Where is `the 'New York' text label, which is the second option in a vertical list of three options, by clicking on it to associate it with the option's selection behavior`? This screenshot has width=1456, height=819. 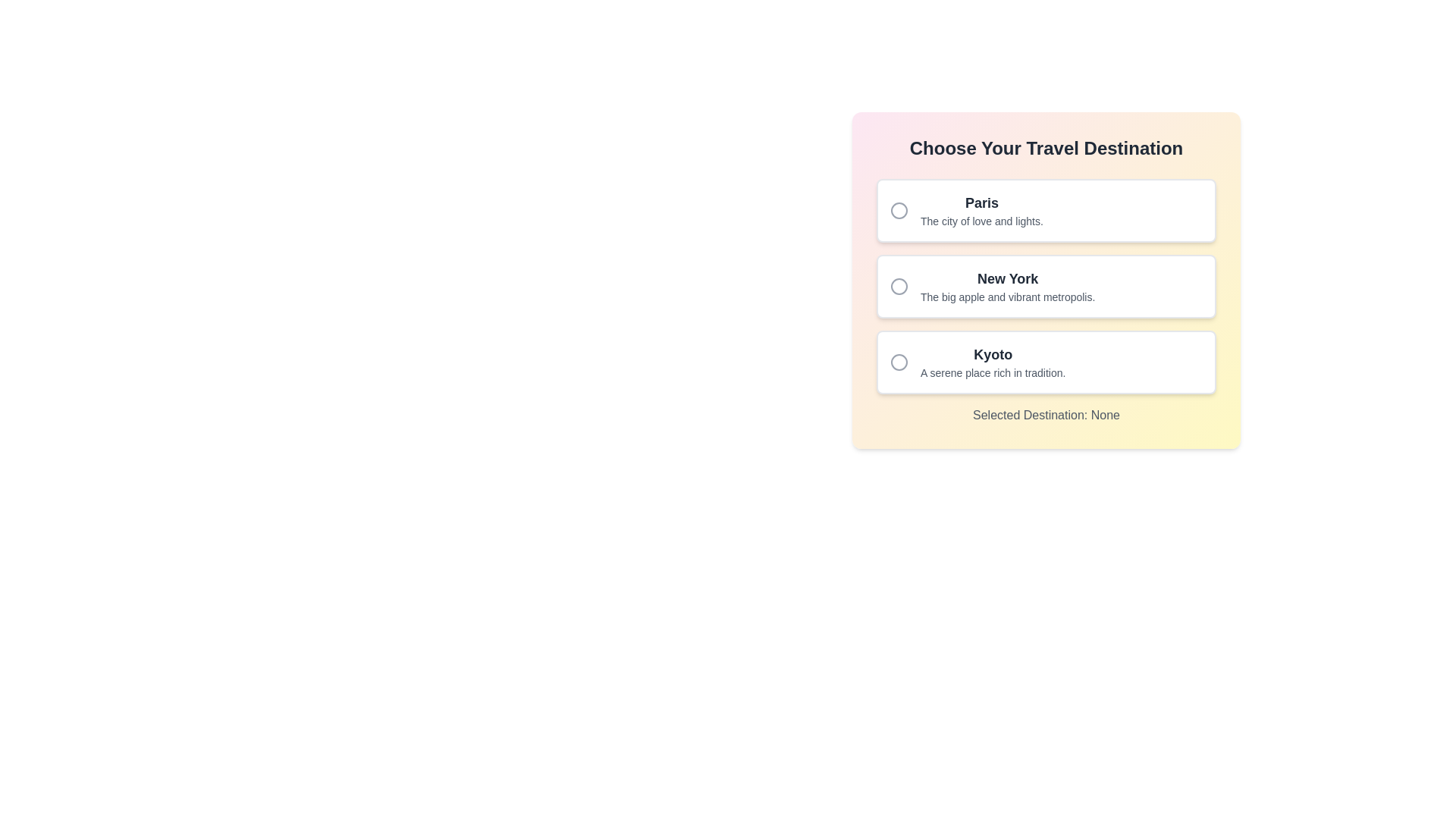 the 'New York' text label, which is the second option in a vertical list of three options, by clicking on it to associate it with the option's selection behavior is located at coordinates (1008, 287).